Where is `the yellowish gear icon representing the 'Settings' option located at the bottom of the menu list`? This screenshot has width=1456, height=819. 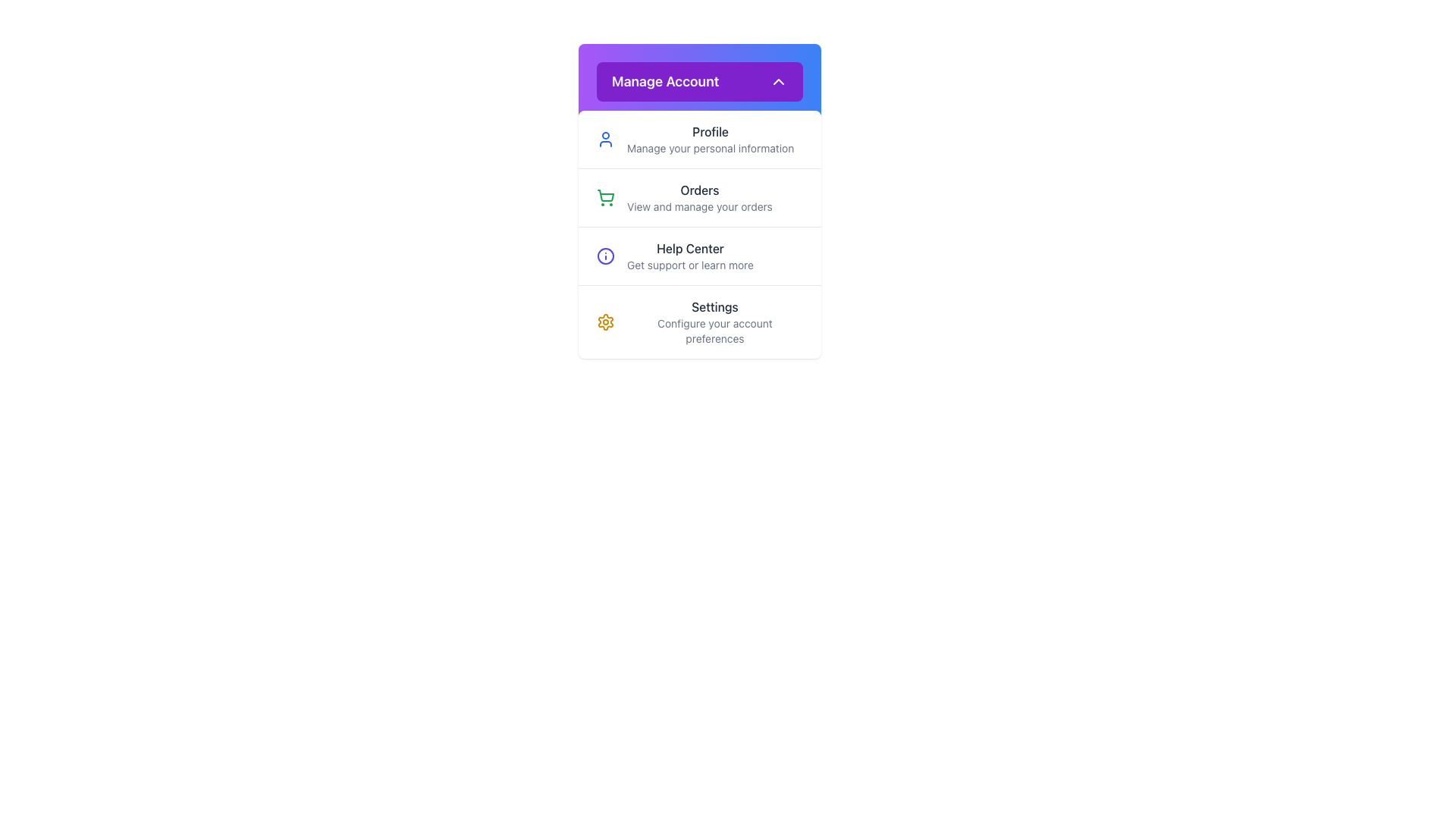
the yellowish gear icon representing the 'Settings' option located at the bottom of the menu list is located at coordinates (604, 321).